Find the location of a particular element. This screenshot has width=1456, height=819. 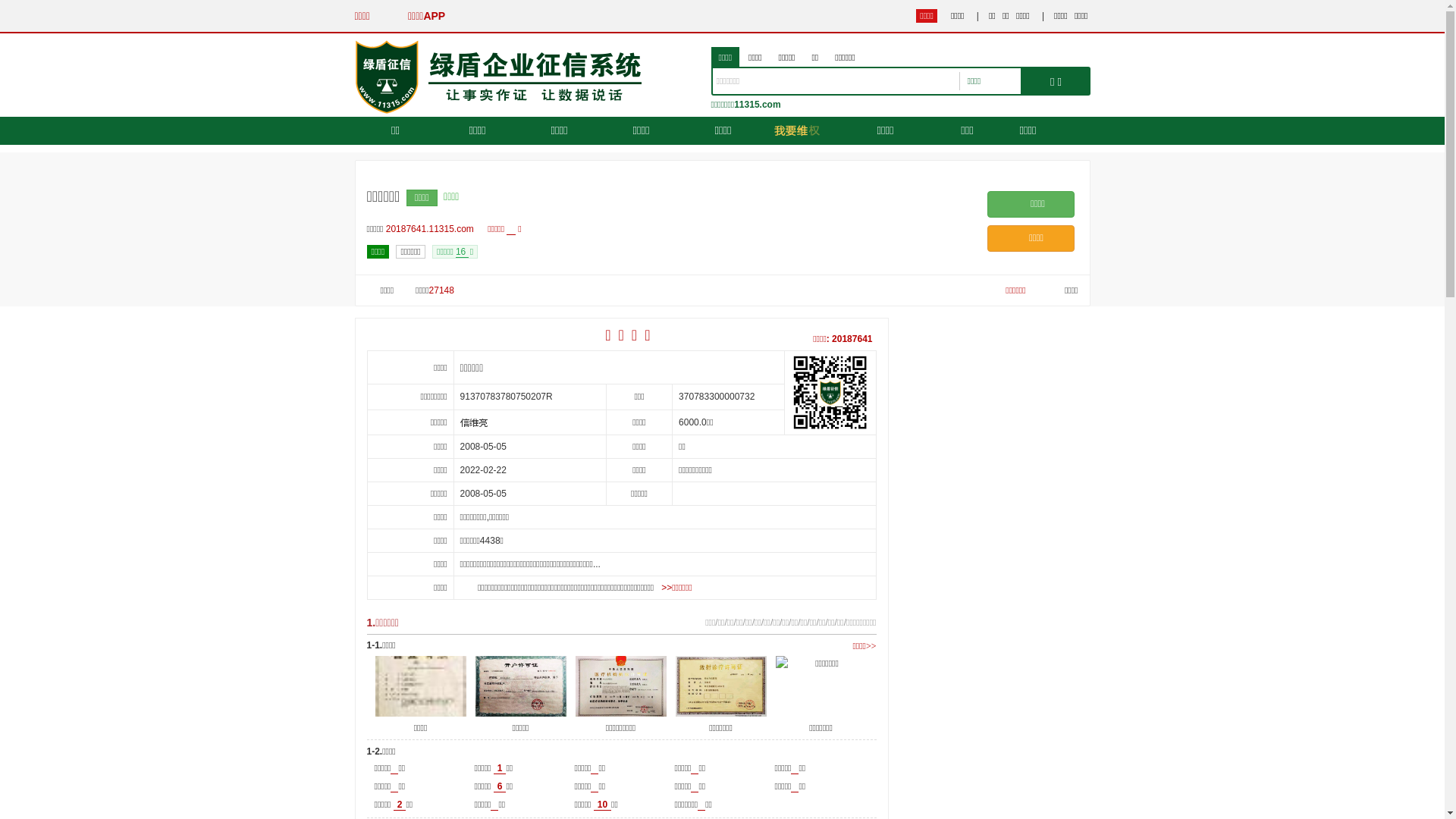

'20187641.11315.com' is located at coordinates (432, 228).